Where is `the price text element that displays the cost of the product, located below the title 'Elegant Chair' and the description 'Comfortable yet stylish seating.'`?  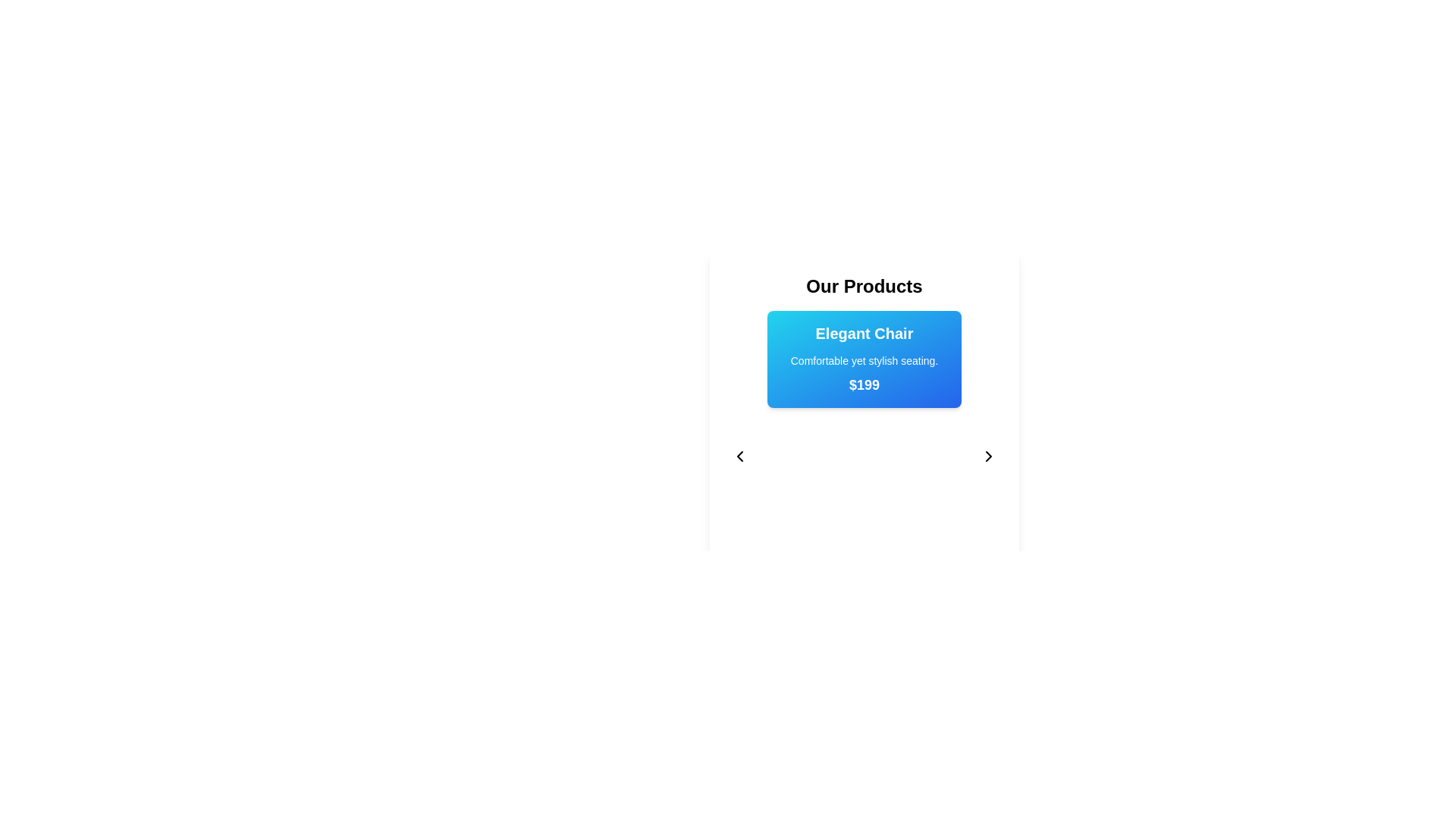
the price text element that displays the cost of the product, located below the title 'Elegant Chair' and the description 'Comfortable yet stylish seating.' is located at coordinates (864, 384).